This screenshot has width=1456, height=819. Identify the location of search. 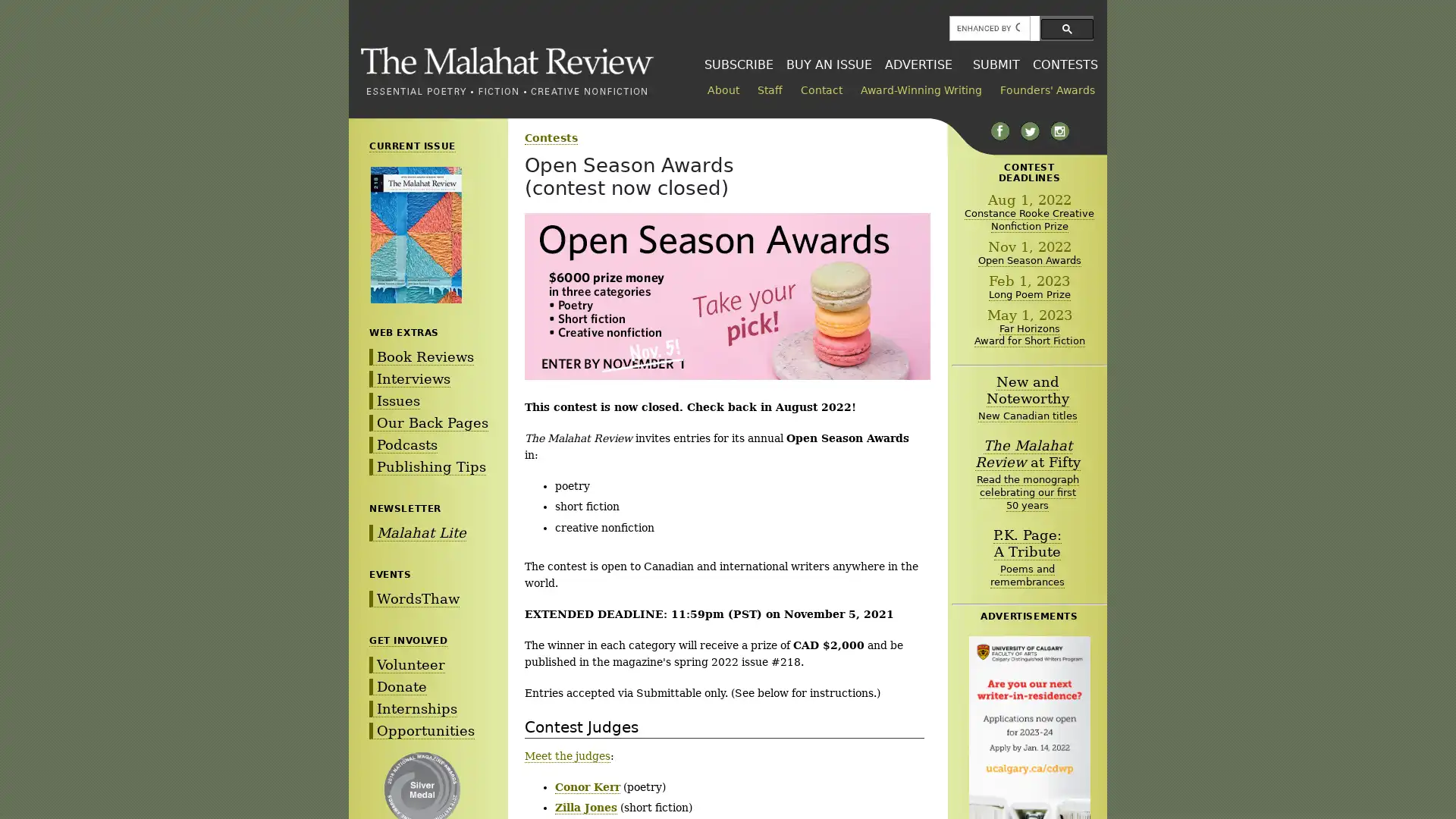
(1066, 28).